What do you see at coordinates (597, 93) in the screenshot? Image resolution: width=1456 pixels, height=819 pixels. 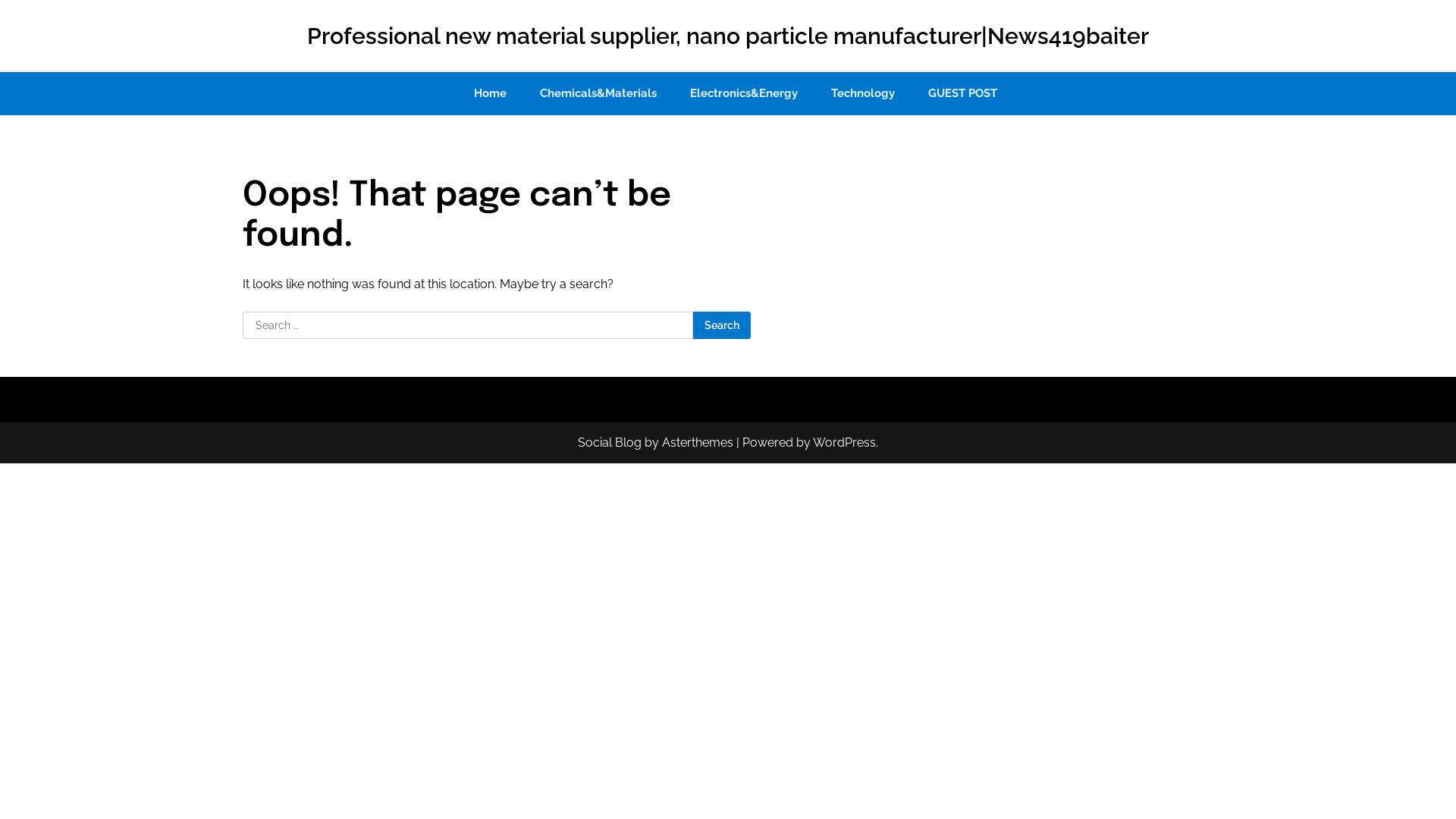 I see `'Chemicals&Materials'` at bounding box center [597, 93].